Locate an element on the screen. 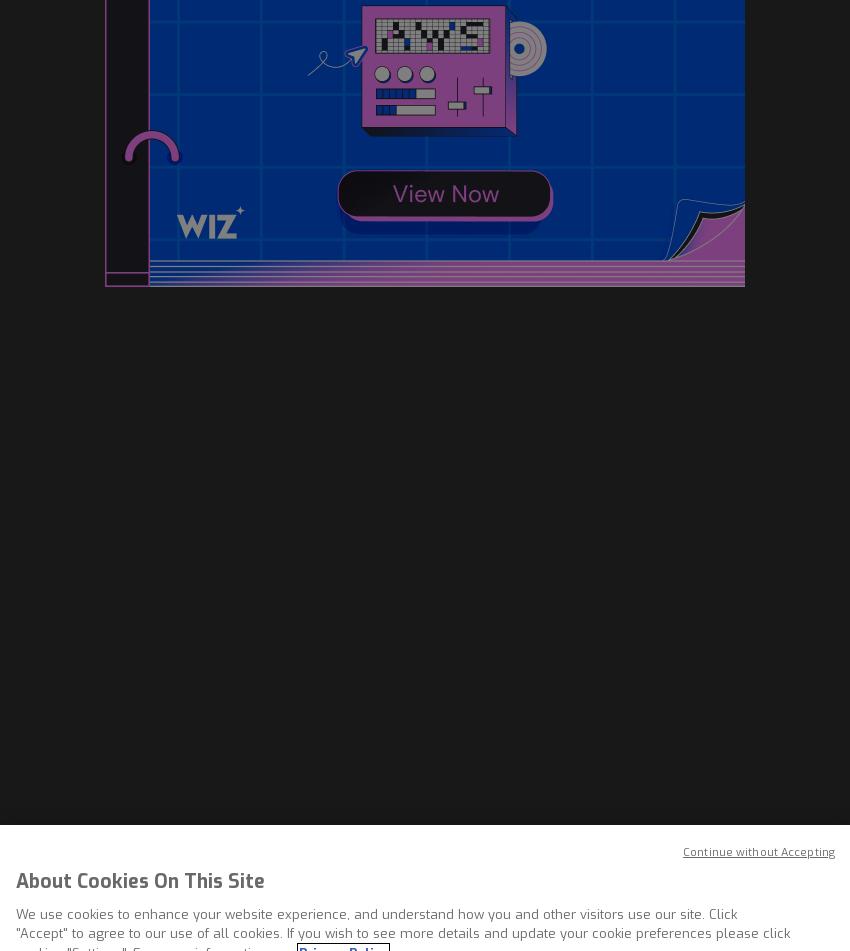 This screenshot has height=951, width=850. 'Dark Reading's' is located at coordinates (401, 673).